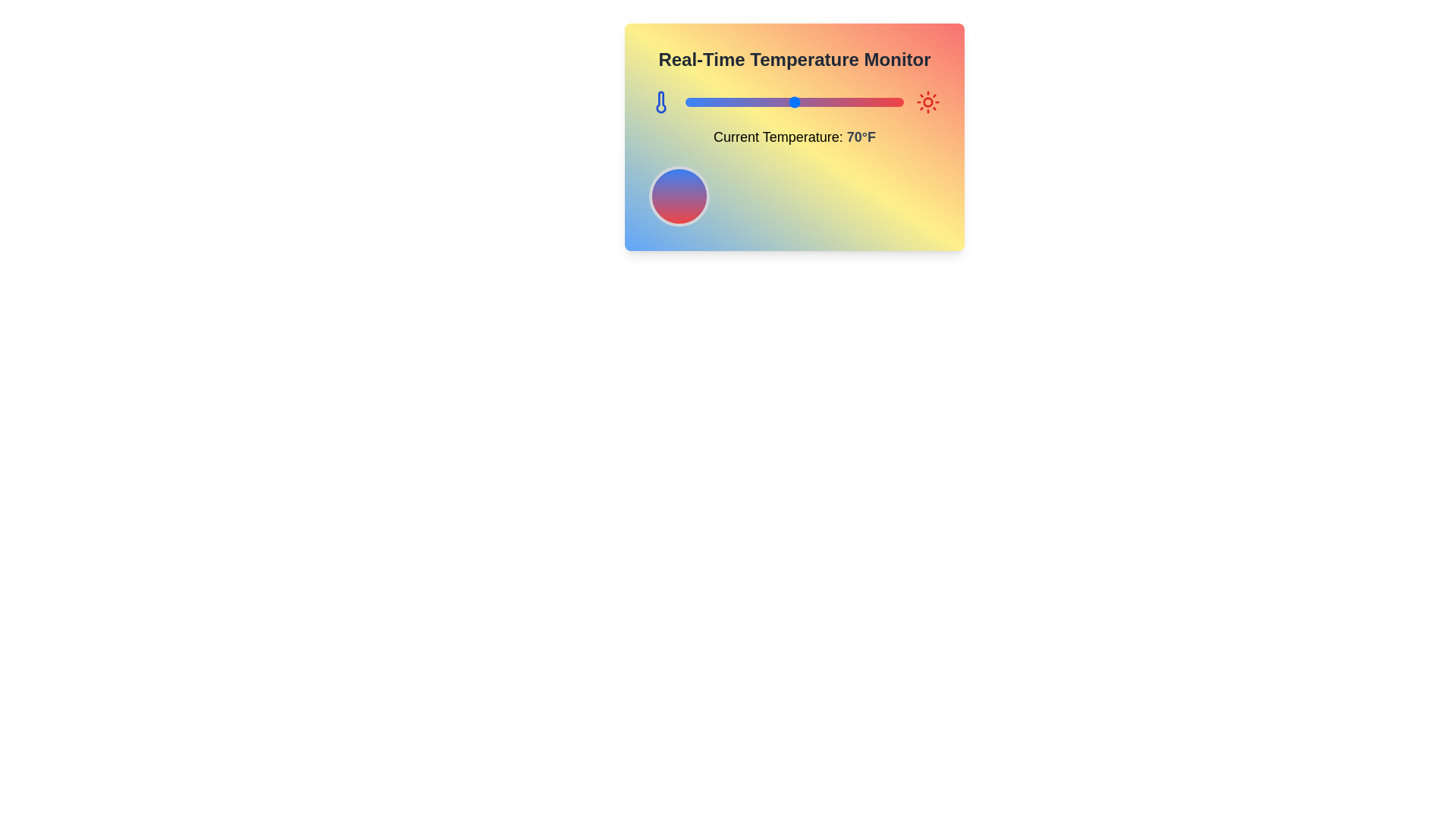 This screenshot has height=819, width=1456. I want to click on the temperature slider to set the temperature to 92°F, so click(842, 102).